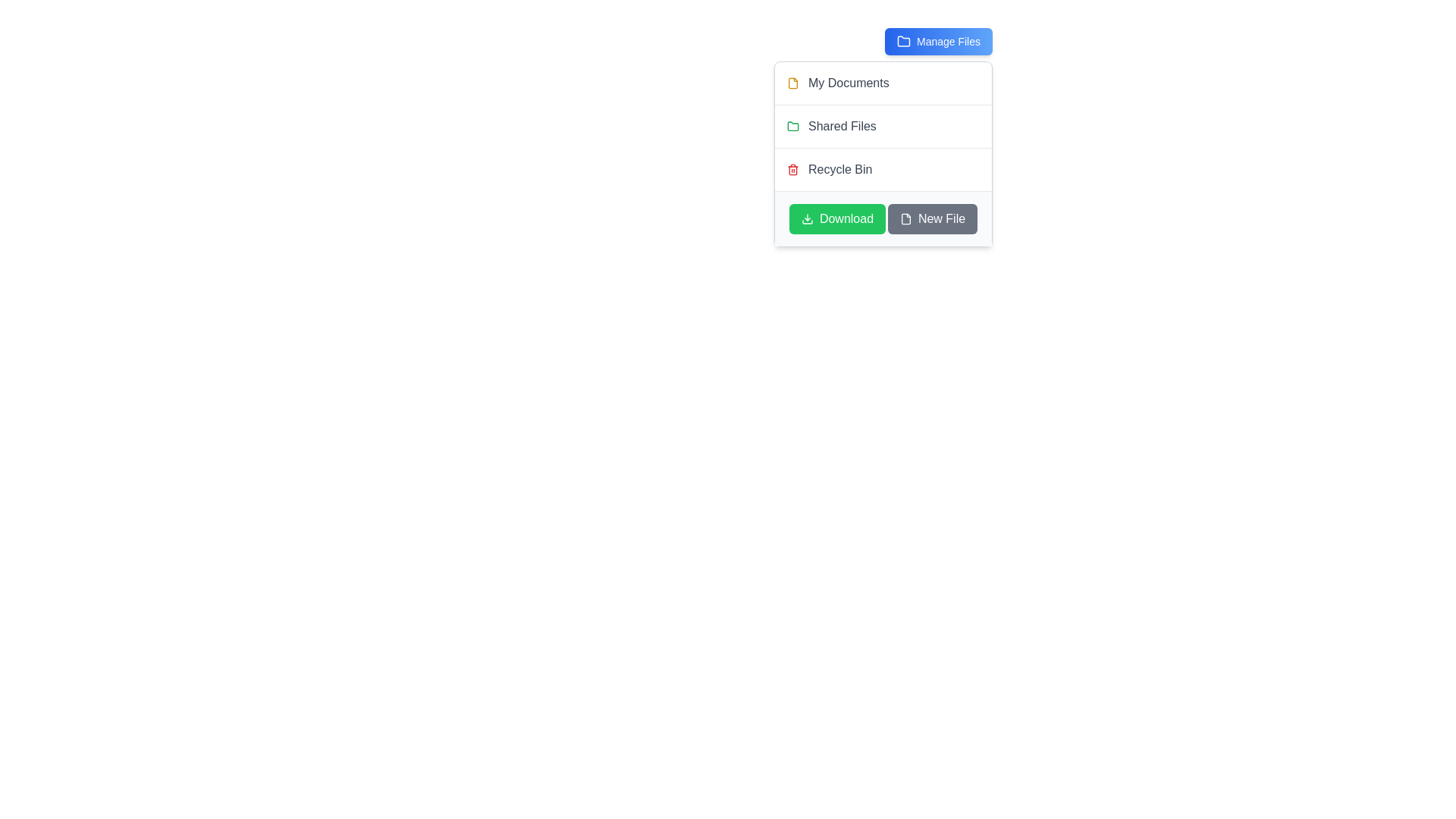  Describe the element at coordinates (839, 169) in the screenshot. I see `the 'Recycle Bin' static text label, which is the third item in a vertical list of options styled in gray color` at that location.